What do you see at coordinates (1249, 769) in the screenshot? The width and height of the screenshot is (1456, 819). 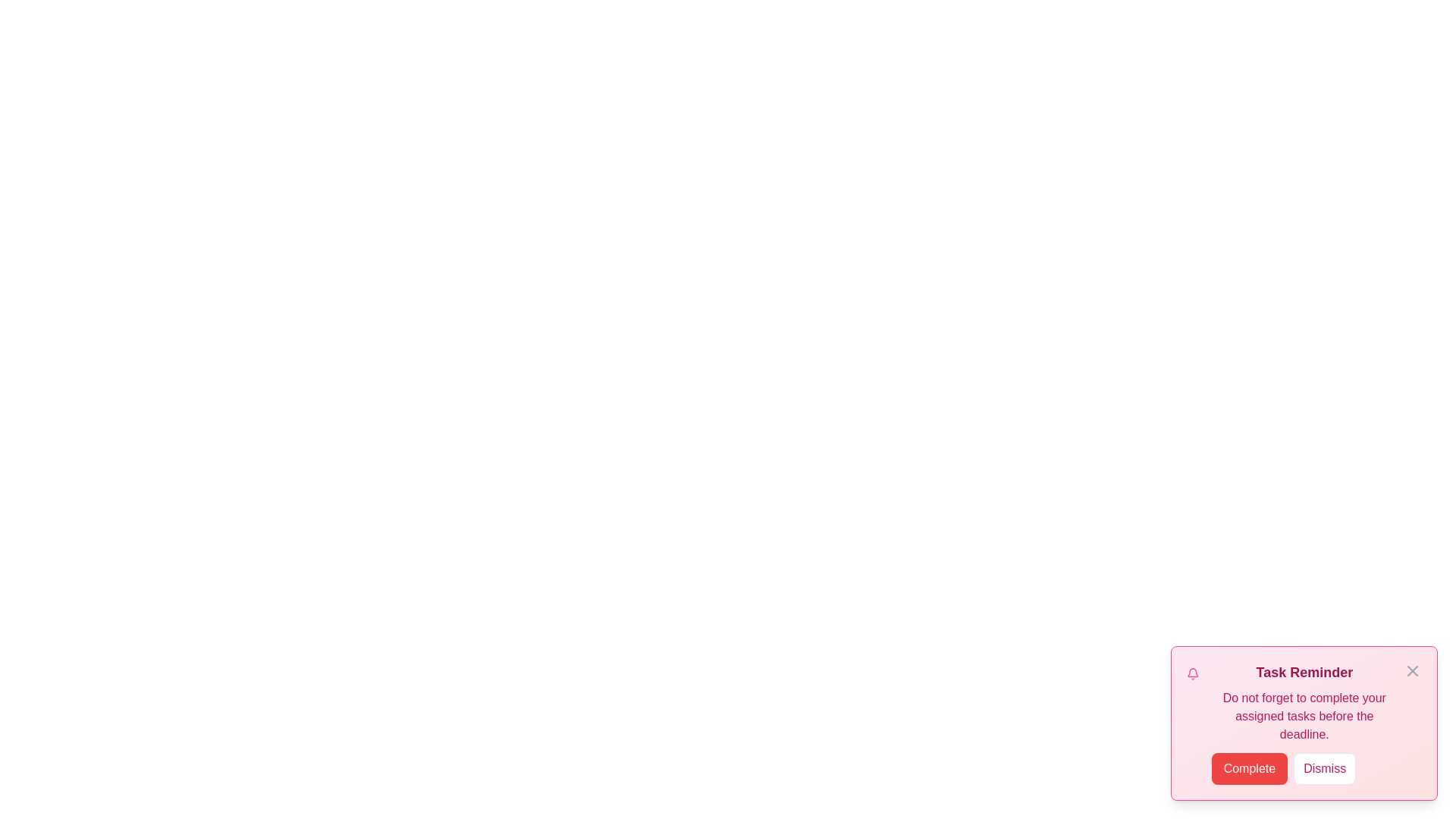 I see `the button labeled Complete to observe its hover effect` at bounding box center [1249, 769].